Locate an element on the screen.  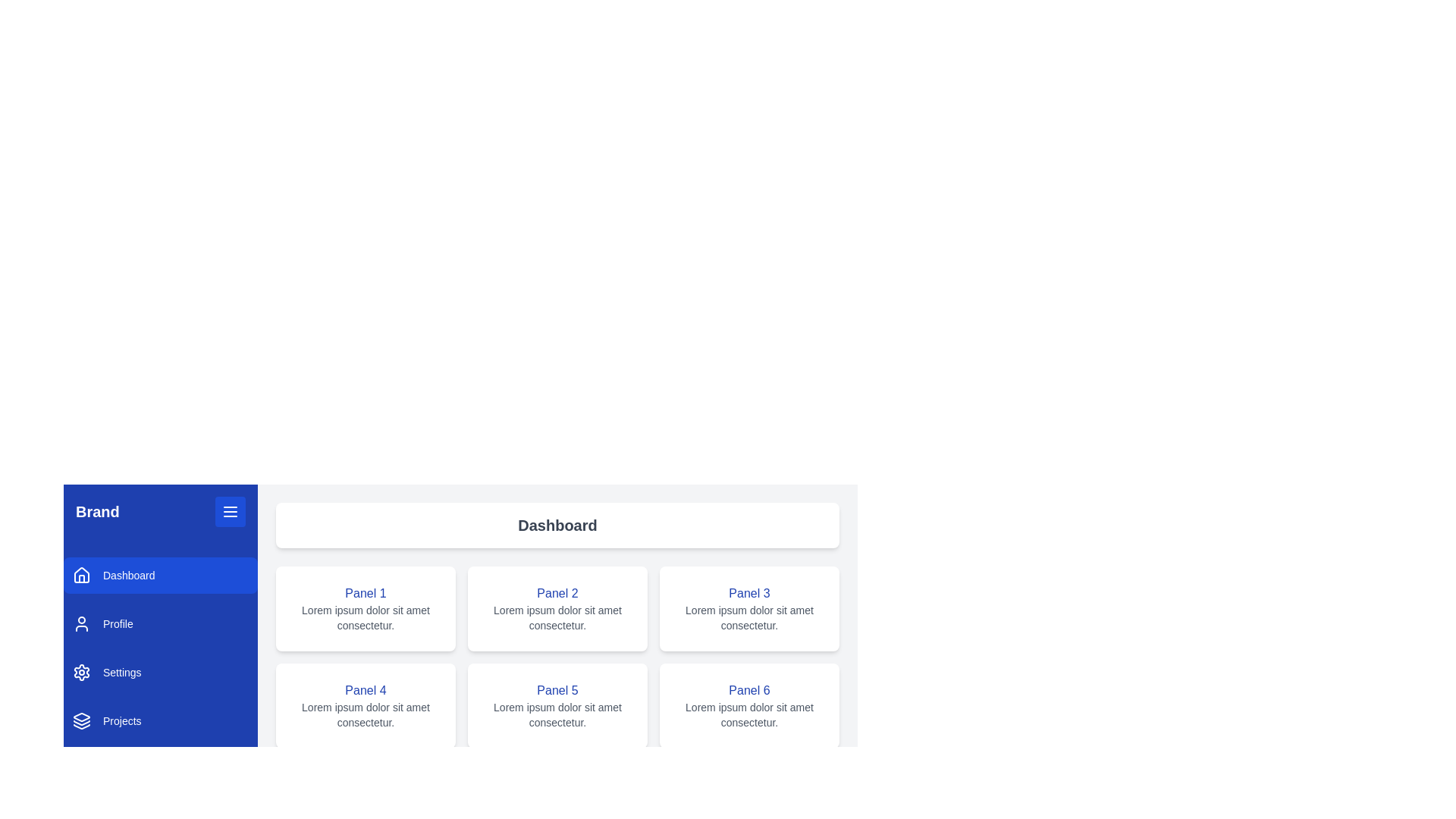
the 'Dashboard' navigation button in the left vertical navigation bar, which contains the text label indicating it navigates to the dashboard page is located at coordinates (129, 576).